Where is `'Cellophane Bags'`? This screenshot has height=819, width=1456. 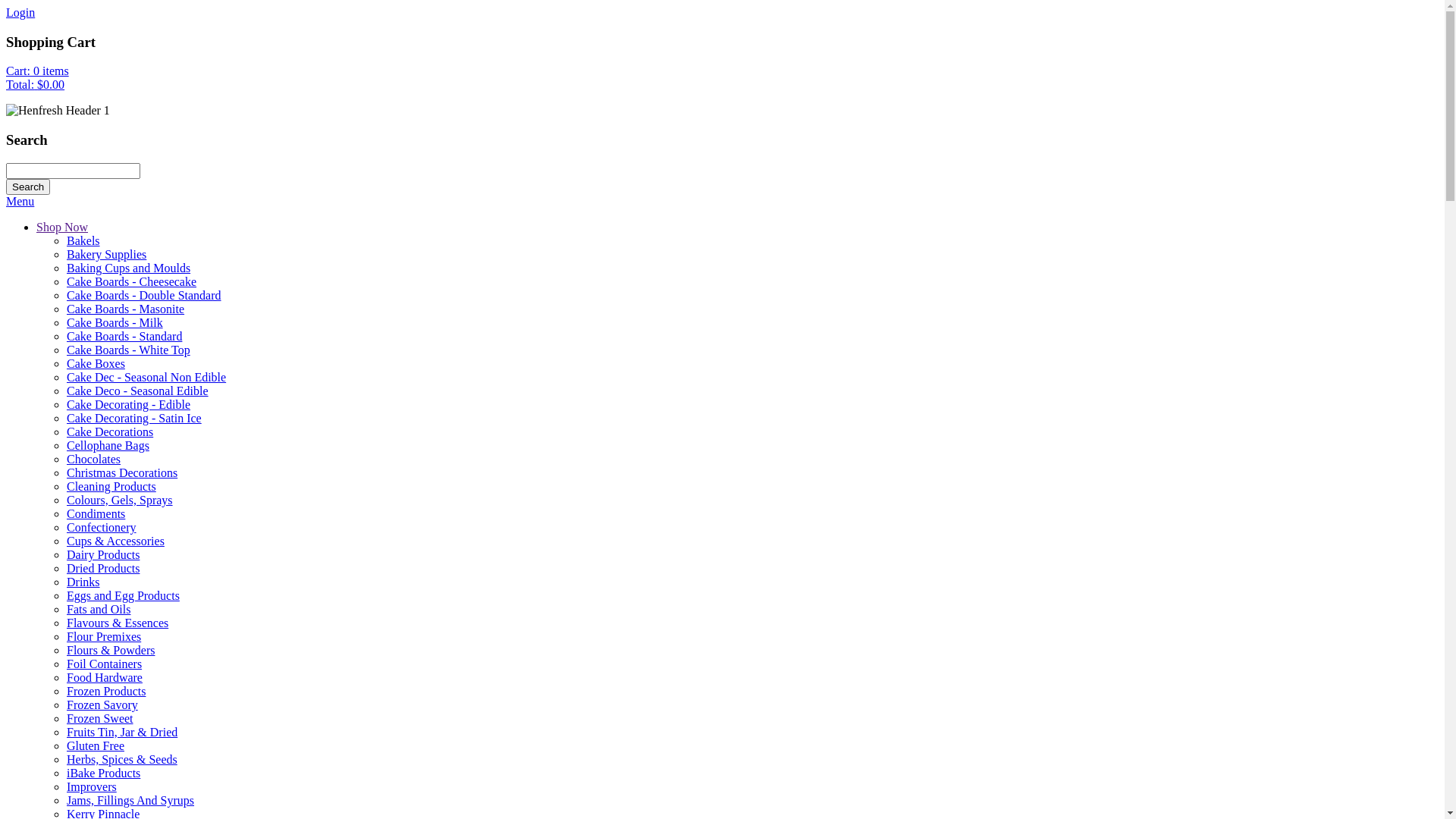
'Cellophane Bags' is located at coordinates (65, 444).